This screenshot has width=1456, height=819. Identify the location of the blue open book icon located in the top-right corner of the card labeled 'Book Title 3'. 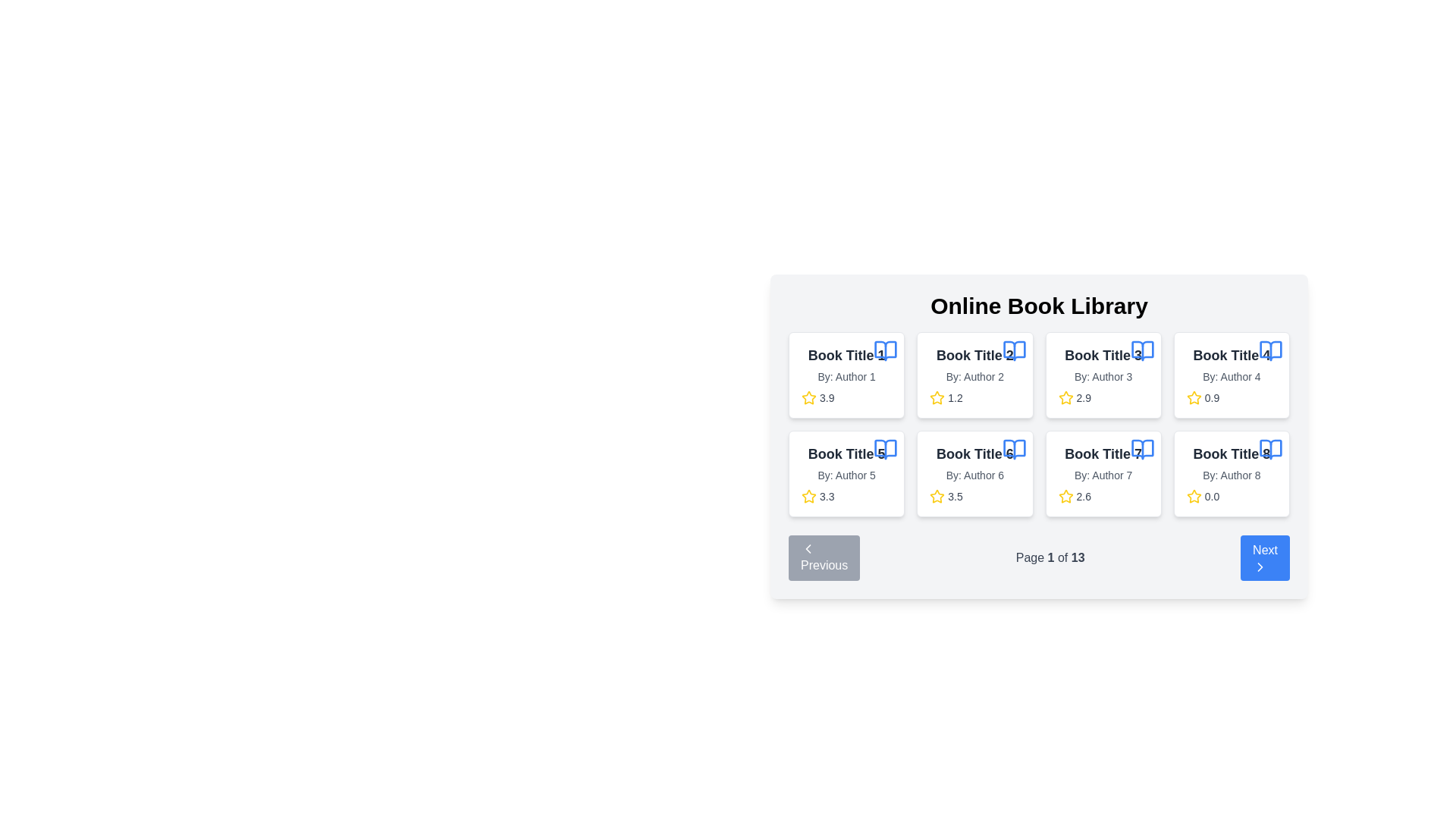
(1142, 350).